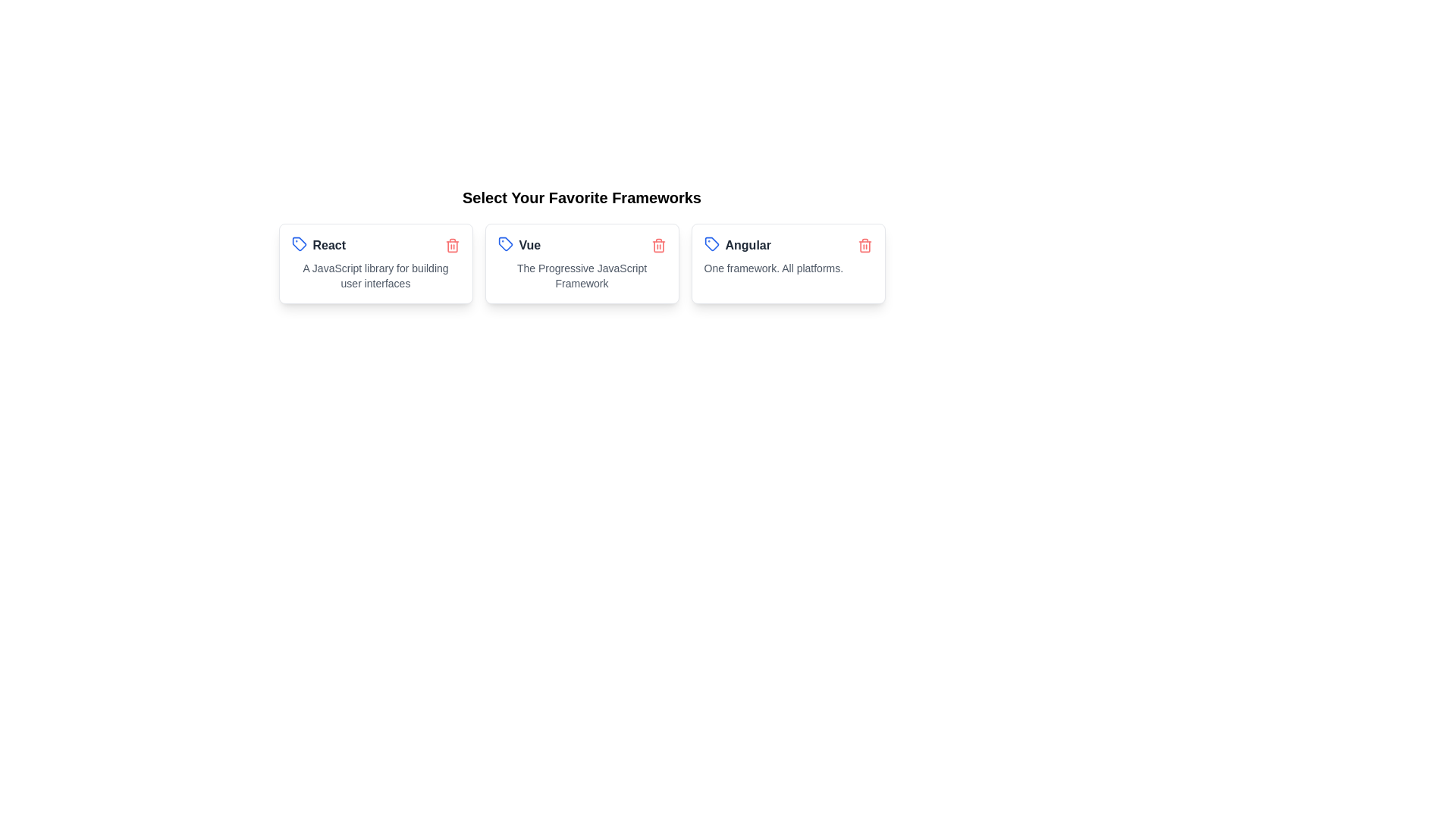 The image size is (1456, 819). What do you see at coordinates (788, 268) in the screenshot?
I see `the description of the framework Angular` at bounding box center [788, 268].